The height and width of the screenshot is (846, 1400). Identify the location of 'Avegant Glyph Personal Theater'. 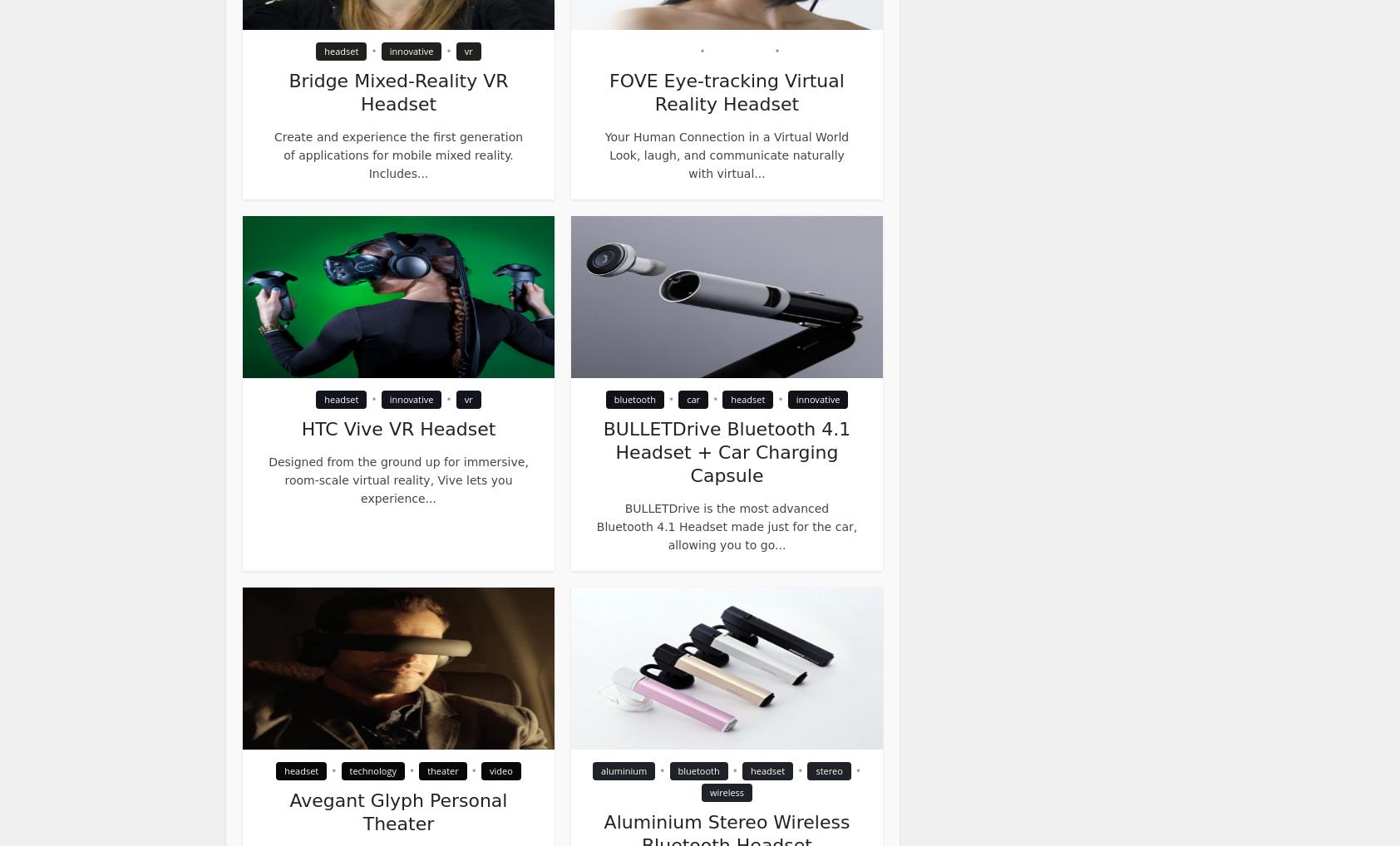
(397, 812).